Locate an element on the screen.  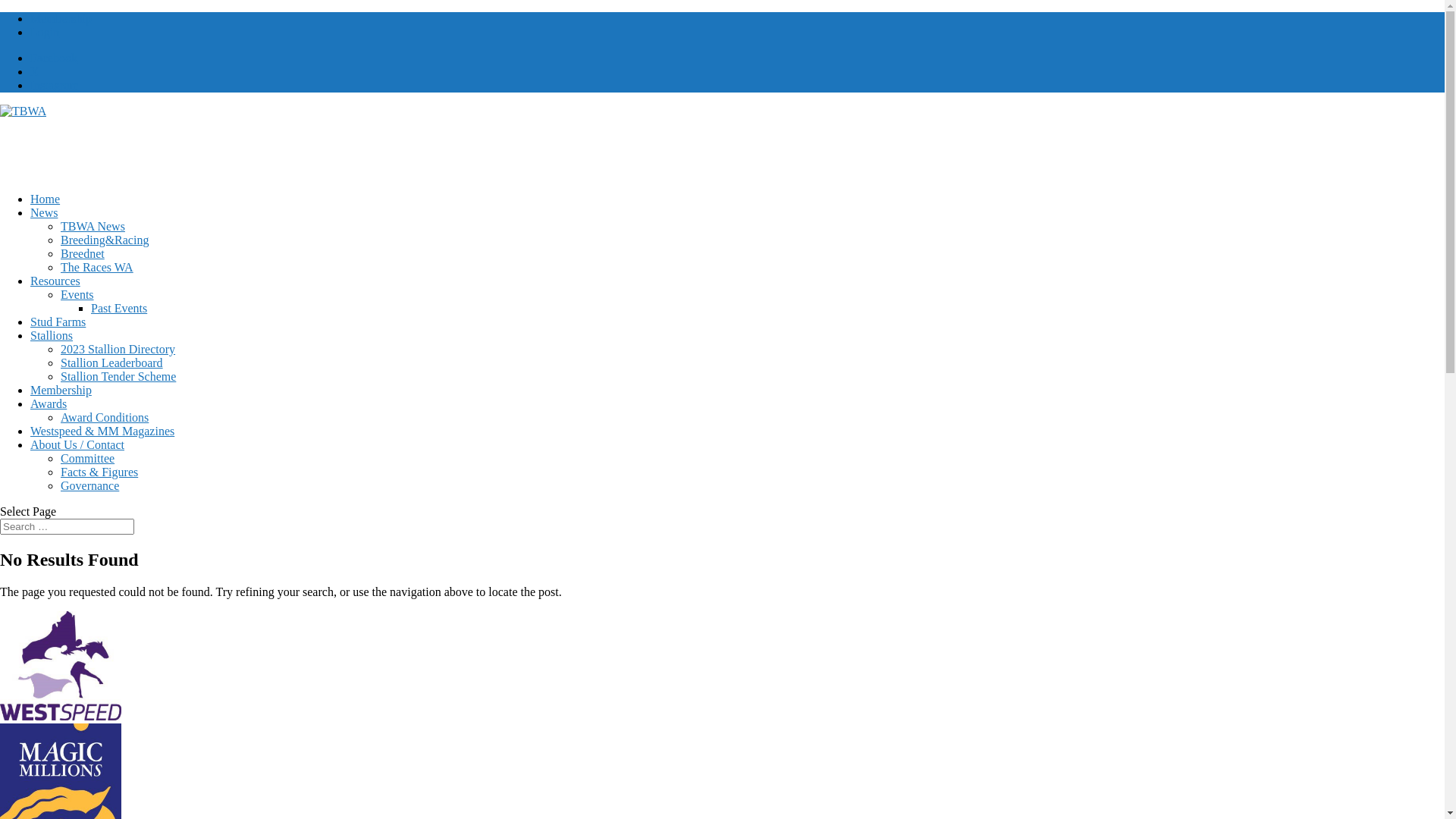
'Events' is located at coordinates (76, 294).